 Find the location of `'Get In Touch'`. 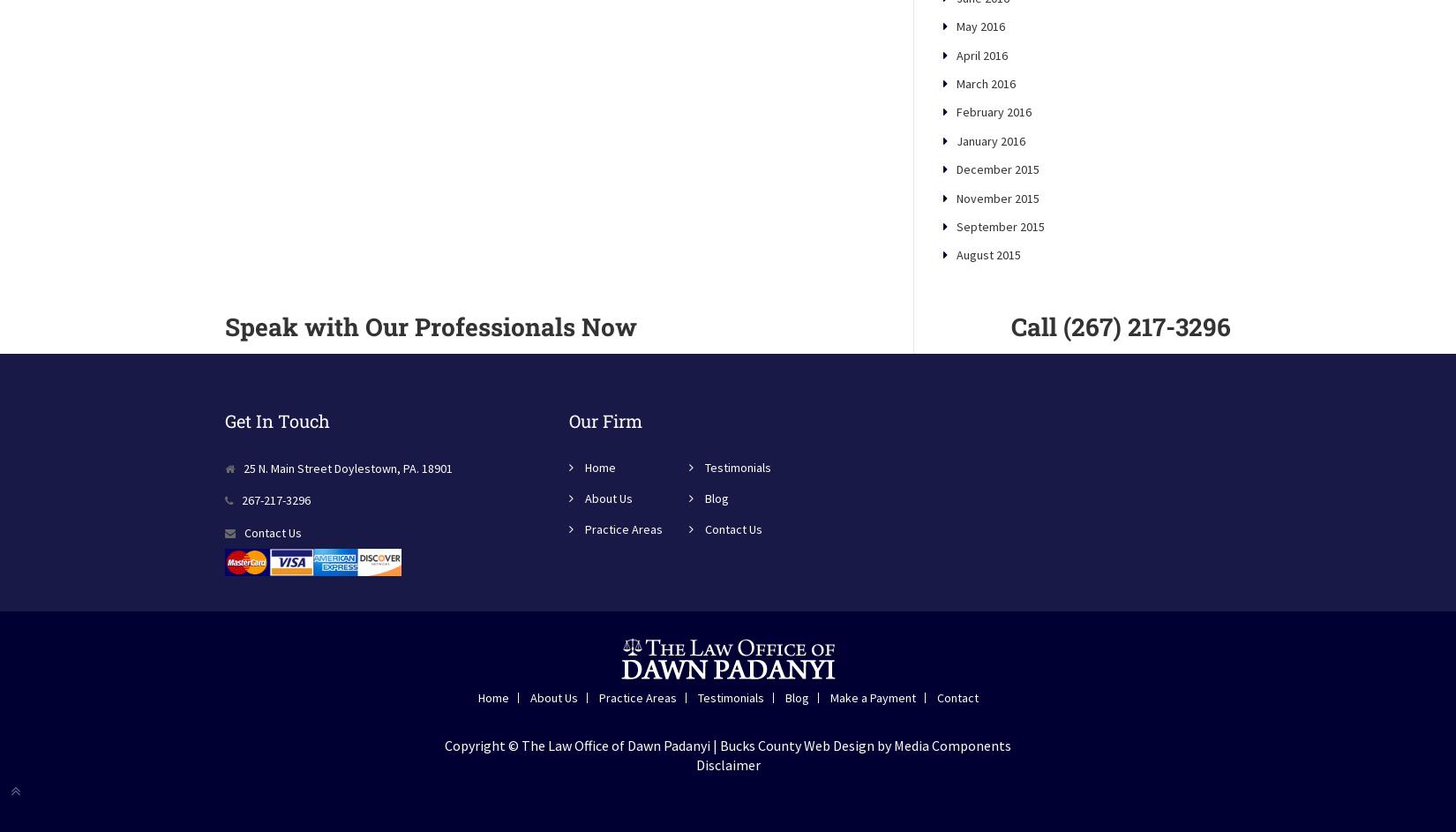

'Get In Touch' is located at coordinates (277, 481).